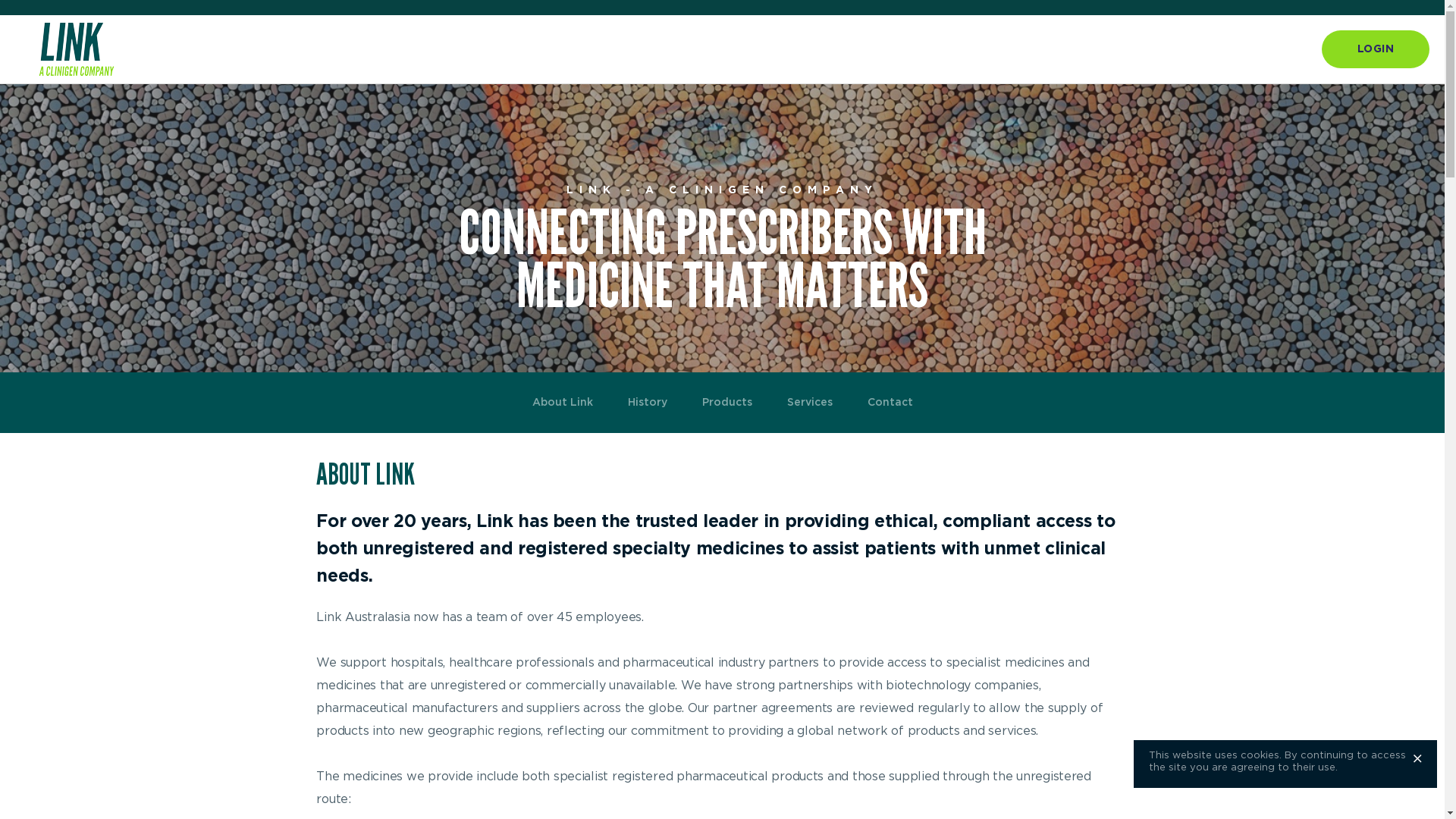  I want to click on 'LOGIN', so click(1376, 49).